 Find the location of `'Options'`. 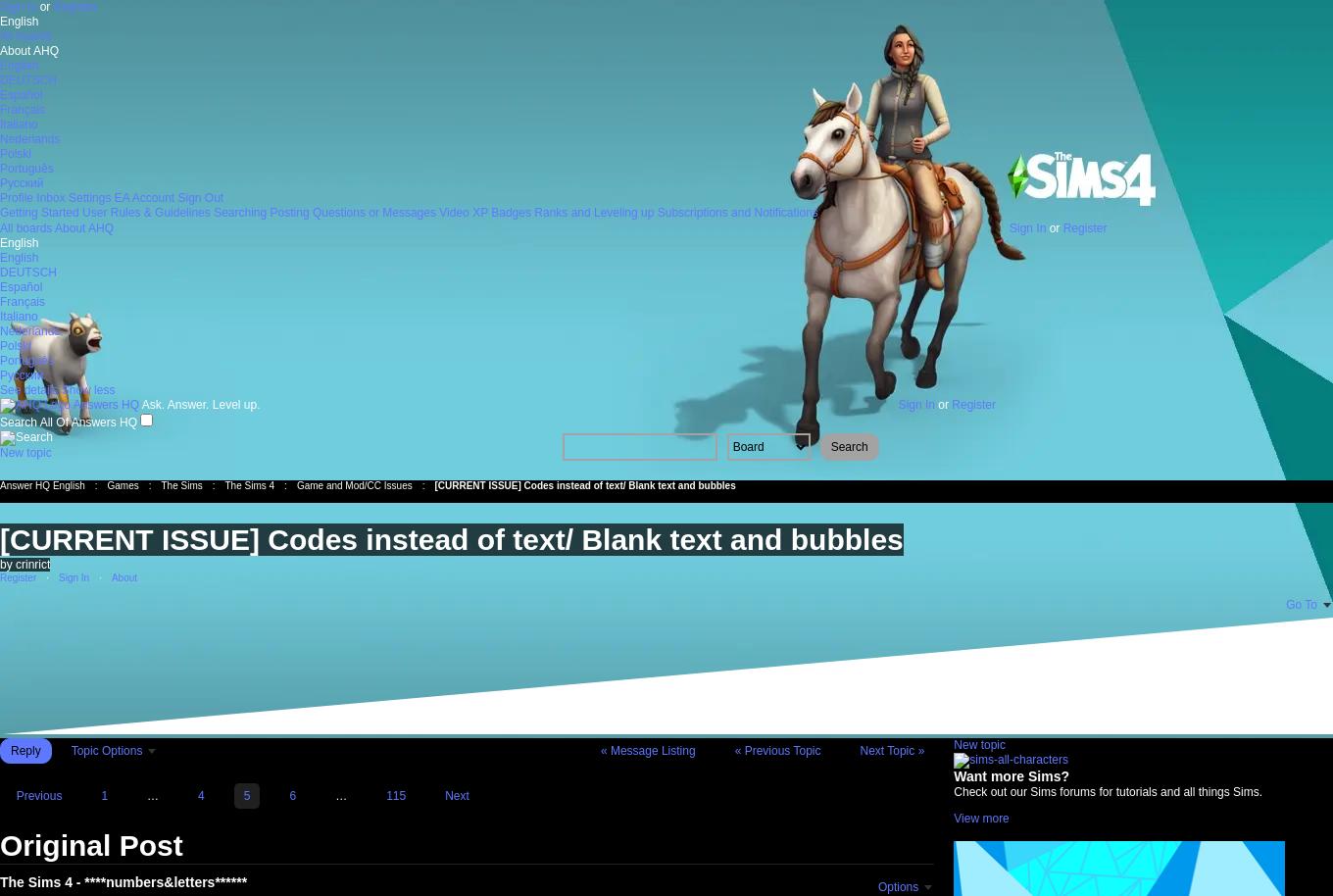

'Options' is located at coordinates (897, 886).